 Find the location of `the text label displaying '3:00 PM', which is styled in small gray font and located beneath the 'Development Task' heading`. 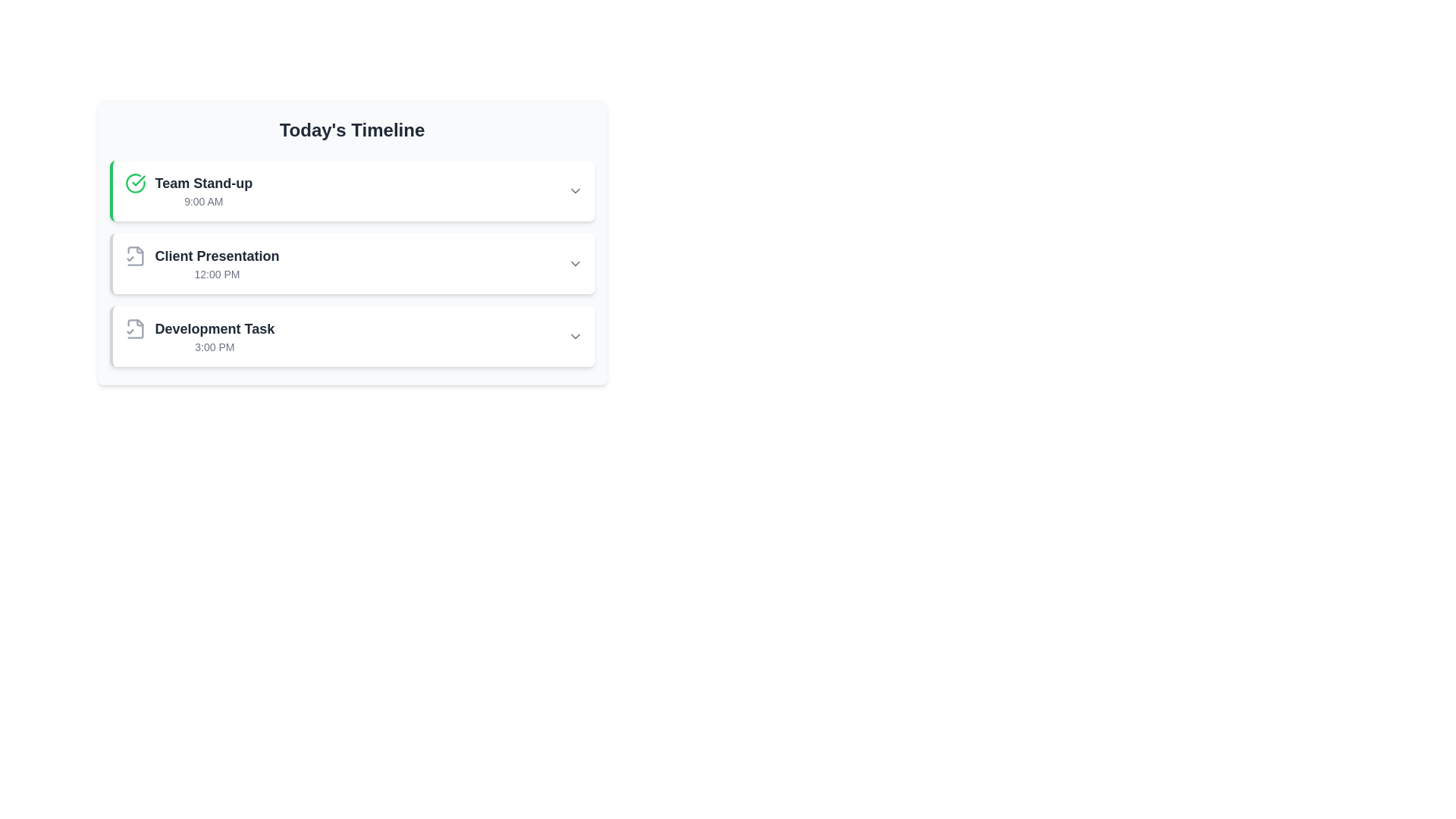

the text label displaying '3:00 PM', which is styled in small gray font and located beneath the 'Development Task' heading is located at coordinates (214, 347).